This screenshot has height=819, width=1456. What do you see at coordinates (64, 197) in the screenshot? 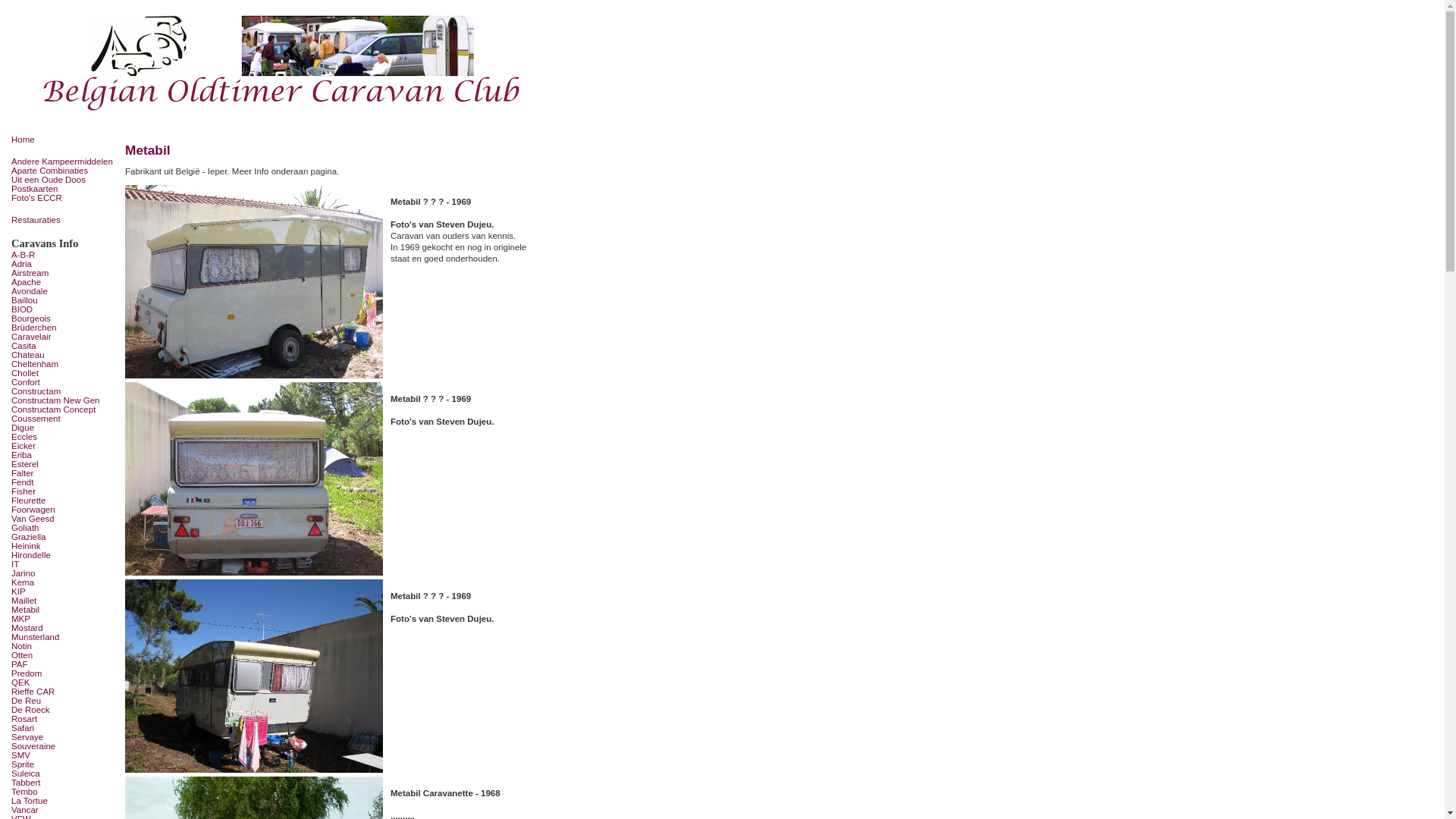
I see `'Foto's ECCR'` at bounding box center [64, 197].